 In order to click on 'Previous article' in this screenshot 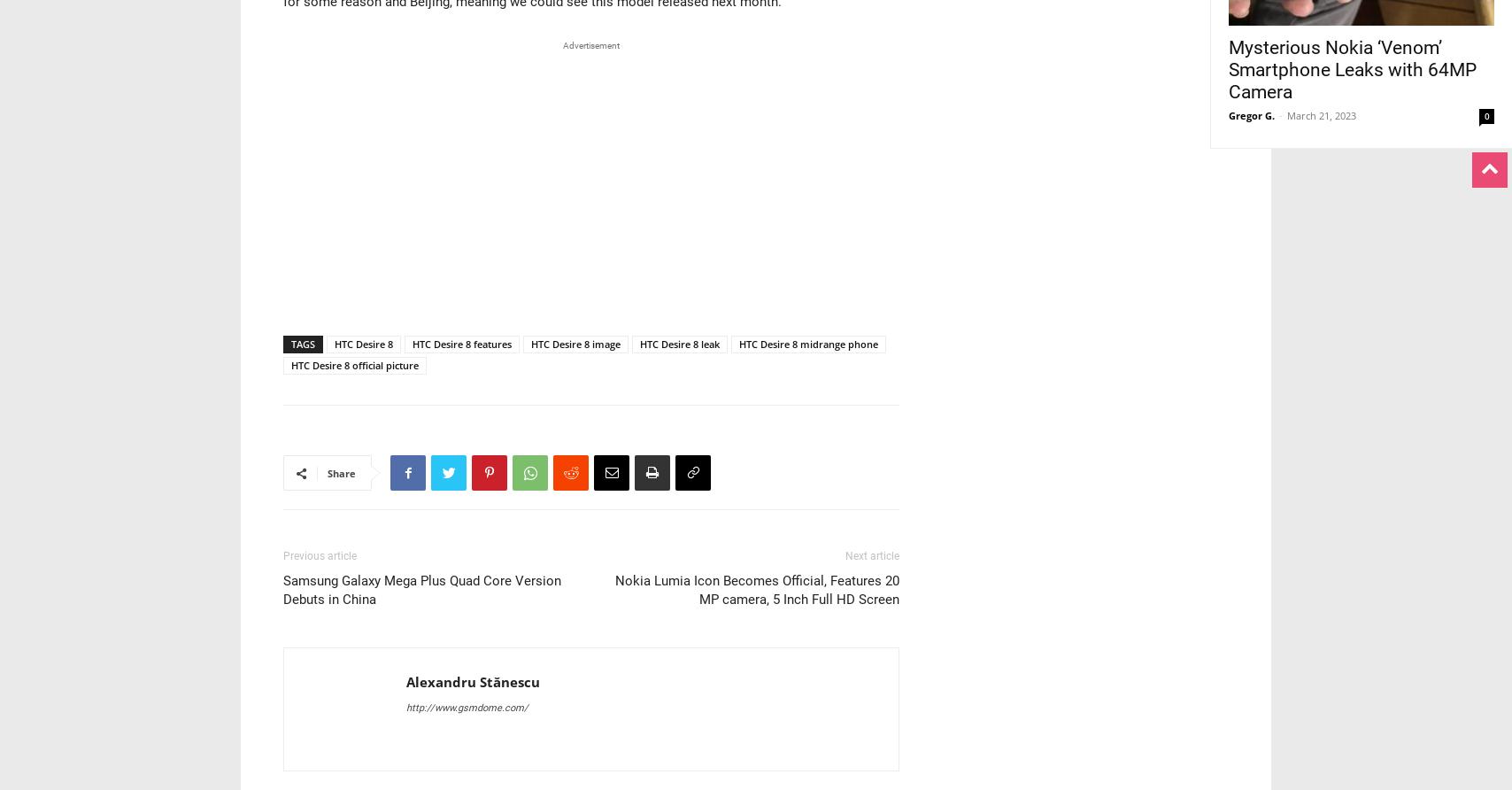, I will do `click(320, 554)`.